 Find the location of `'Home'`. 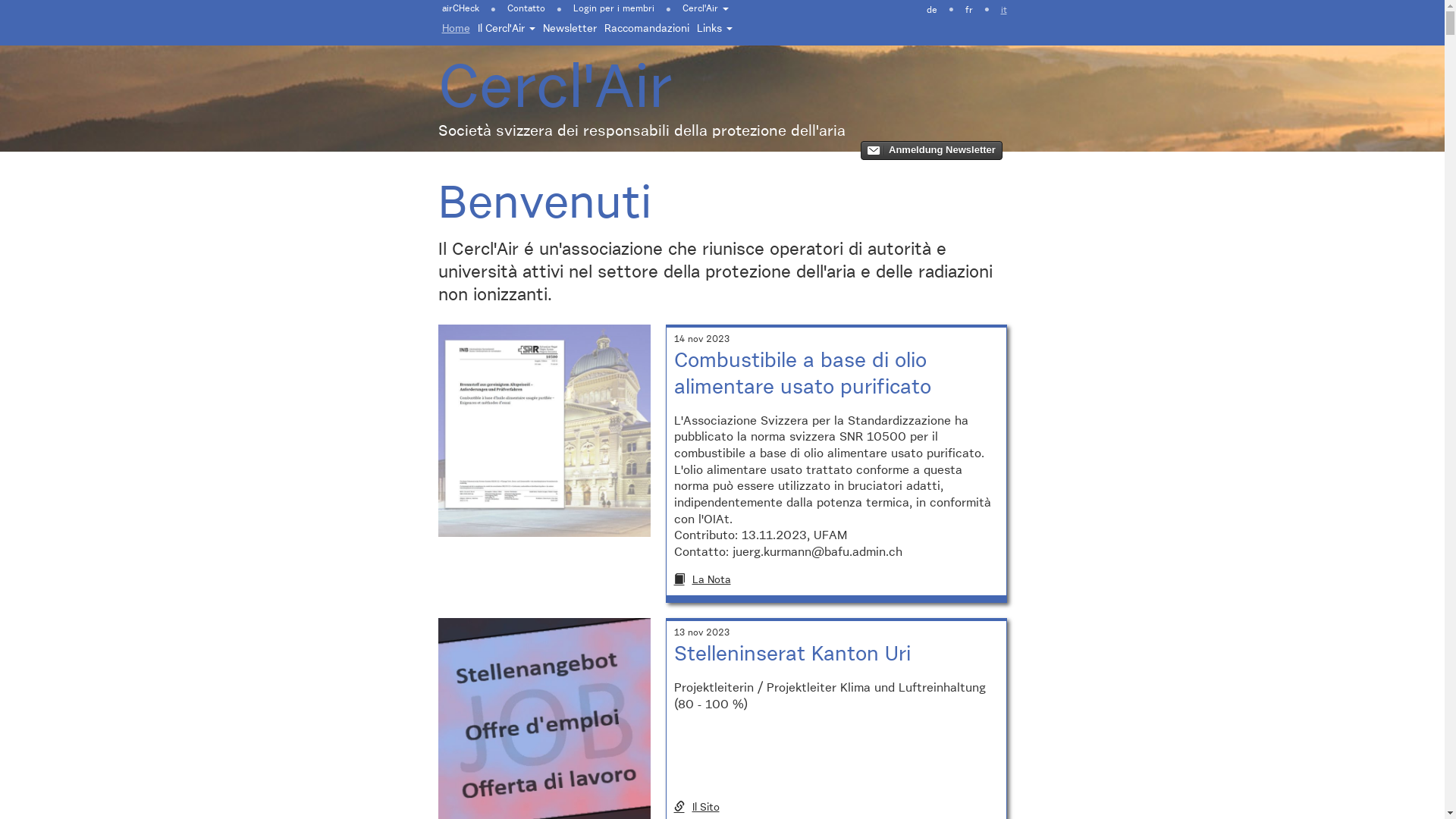

'Home' is located at coordinates (455, 29).